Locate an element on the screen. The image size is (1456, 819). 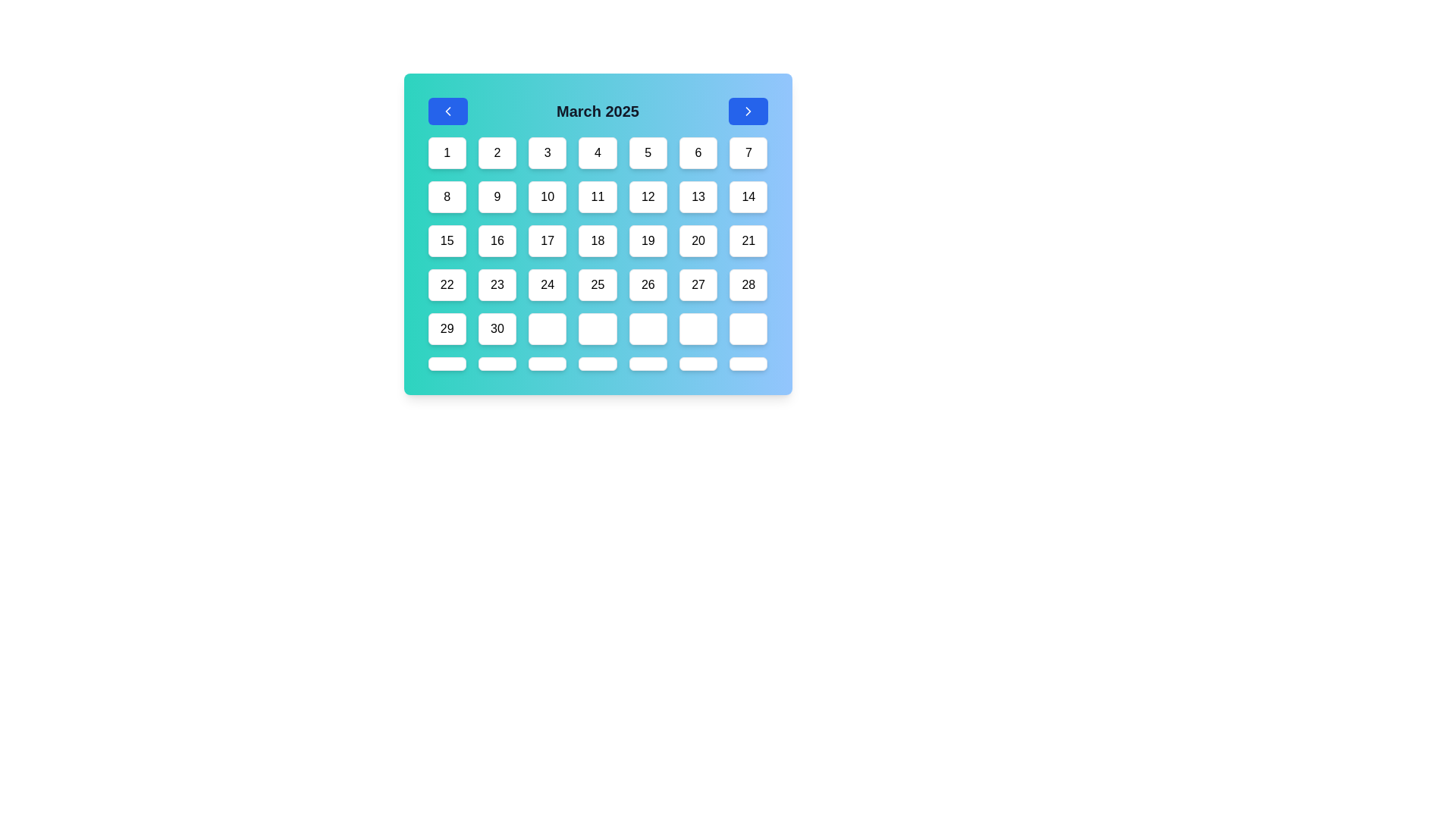
the leftward triangular-shaped icon embedded in the blue circular button is located at coordinates (447, 110).